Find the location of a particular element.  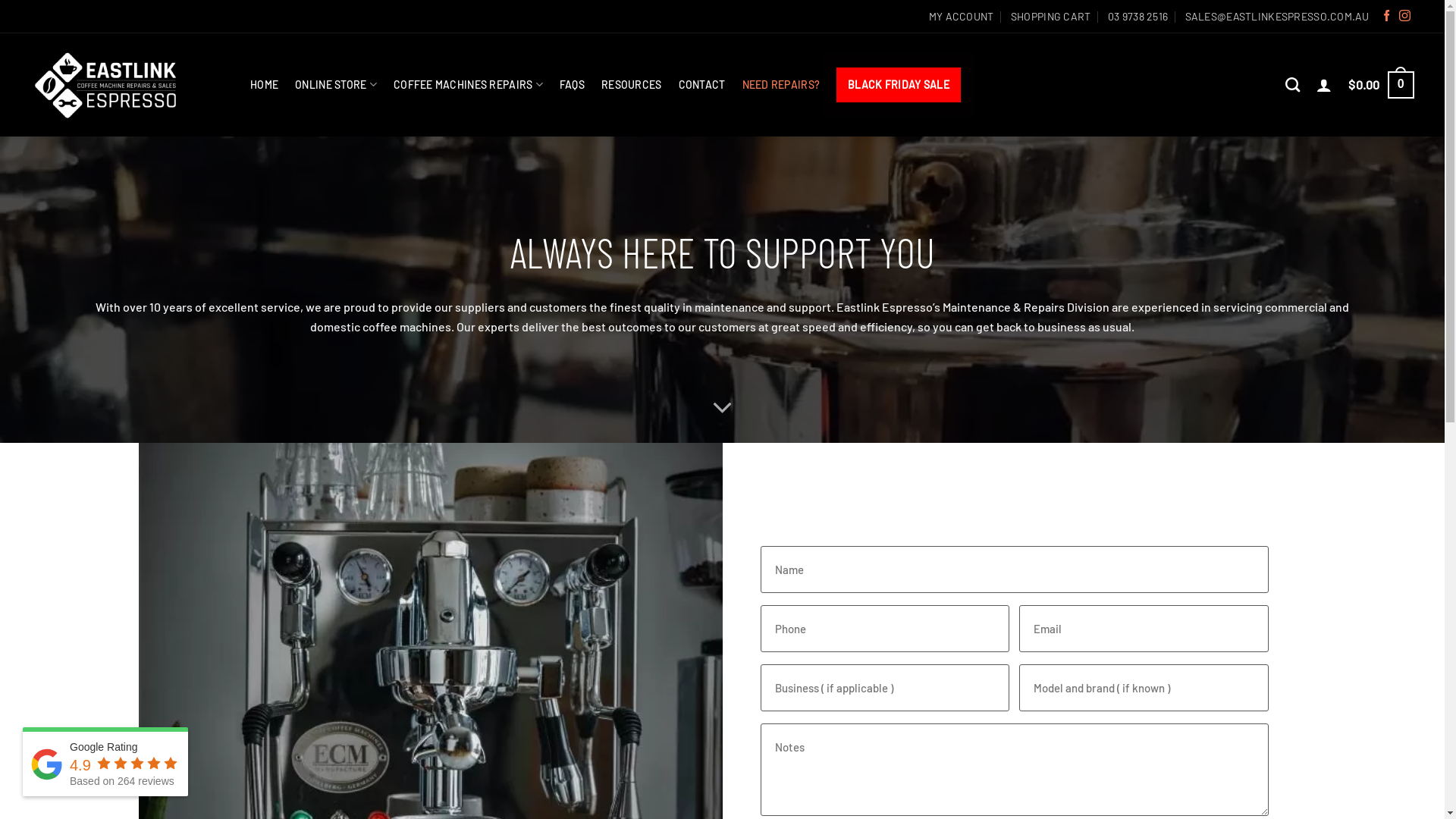

'COFFEE MACHINES REPAIRS' is located at coordinates (467, 84).